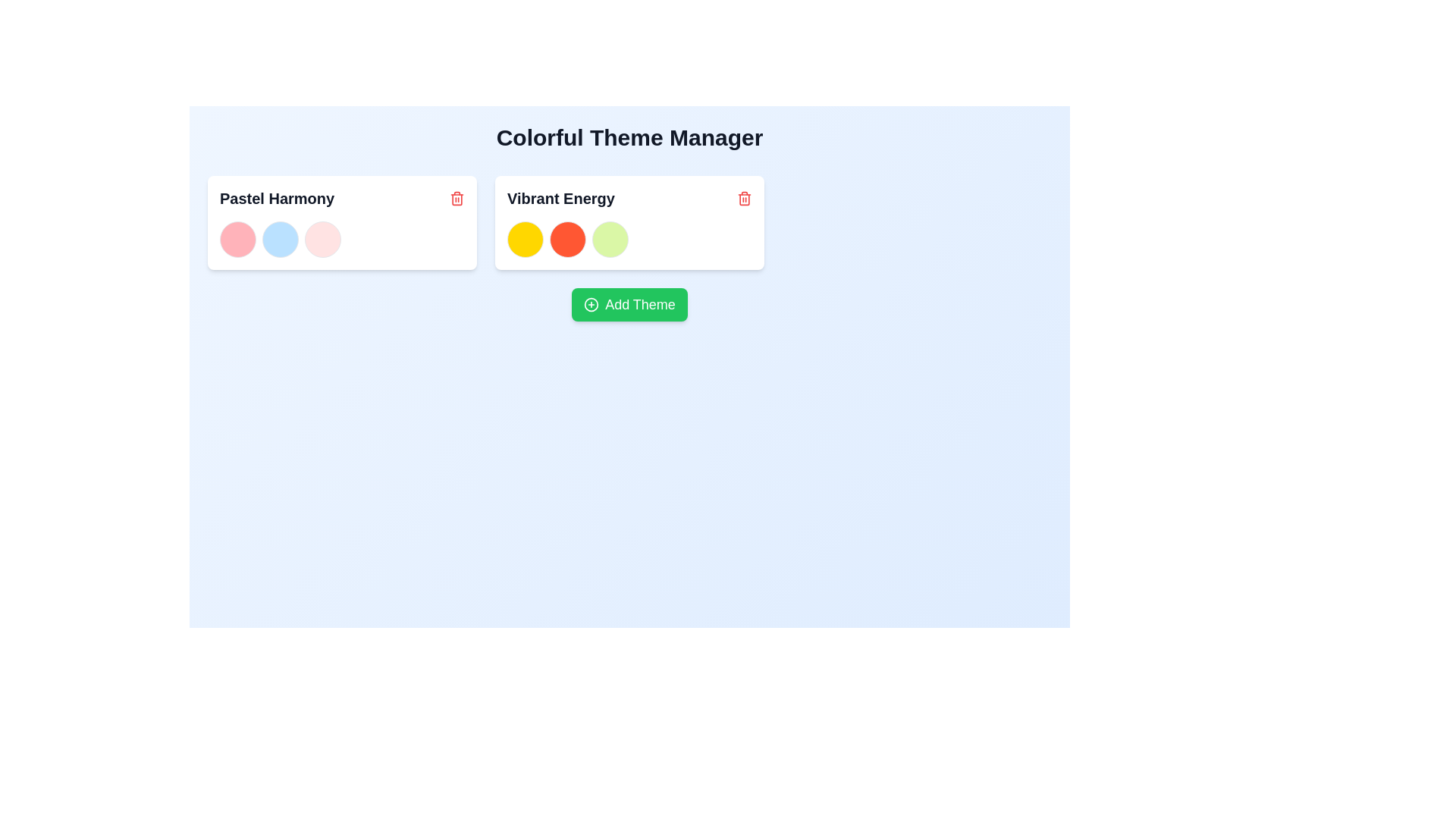  What do you see at coordinates (591, 304) in the screenshot?
I see `the decorative vector graphic located at the center of the 'Add Theme' button, which is part of the visual representation and non-interactive` at bounding box center [591, 304].